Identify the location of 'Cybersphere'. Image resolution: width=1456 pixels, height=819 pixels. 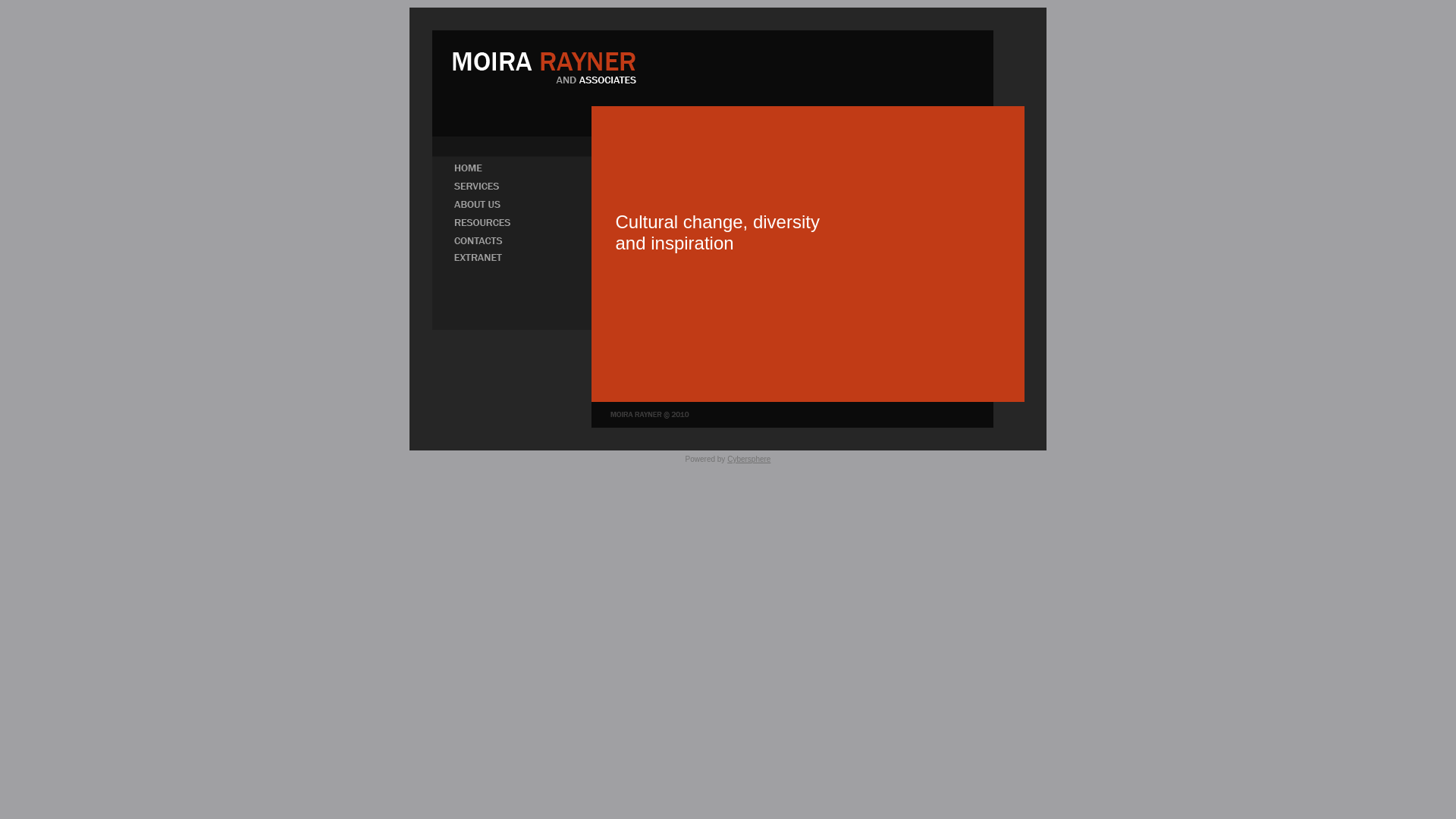
(748, 458).